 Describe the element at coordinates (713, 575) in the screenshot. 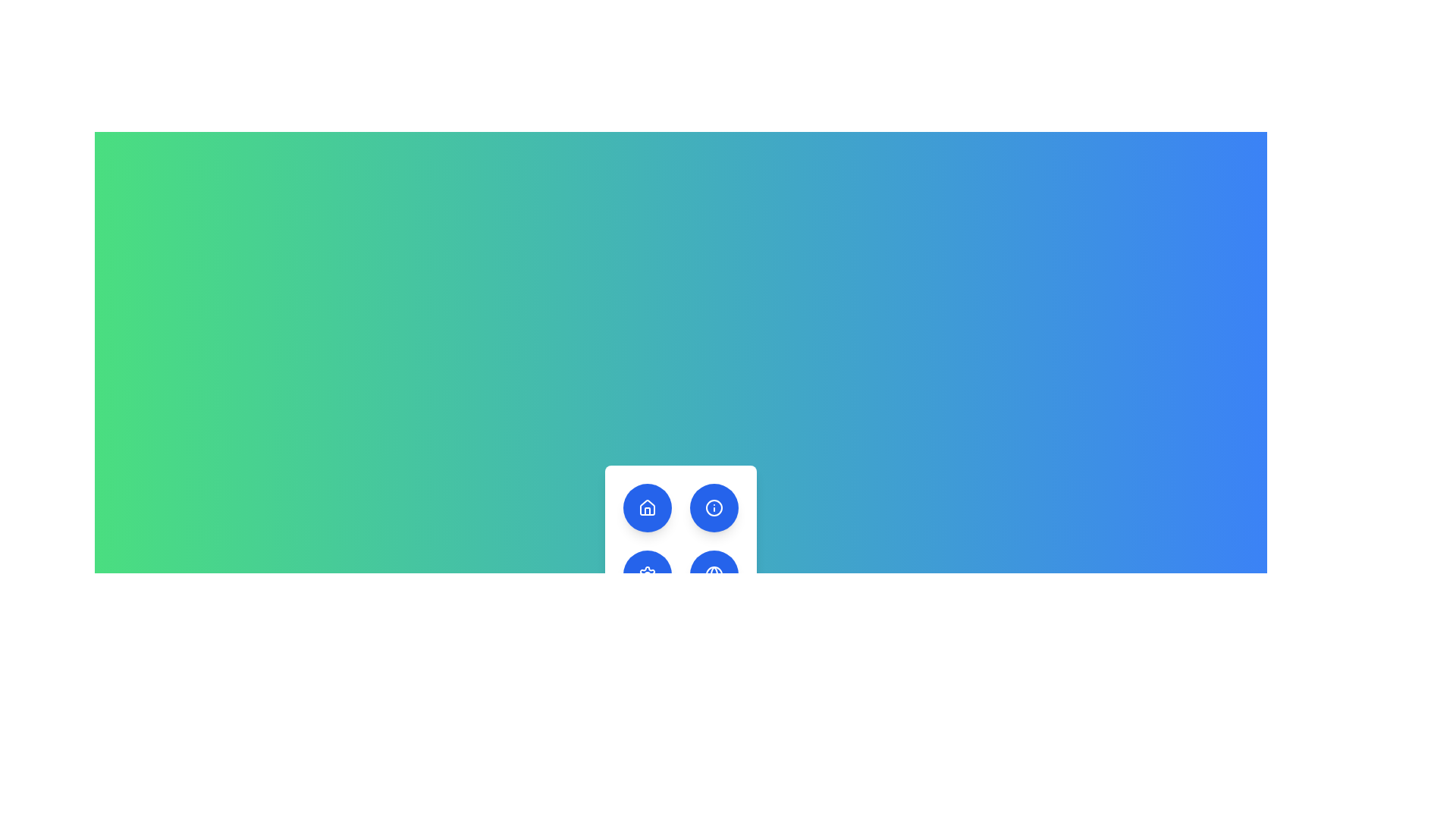

I see `the global settings button located in the bottom row, central column of the grid on the white panel` at that location.